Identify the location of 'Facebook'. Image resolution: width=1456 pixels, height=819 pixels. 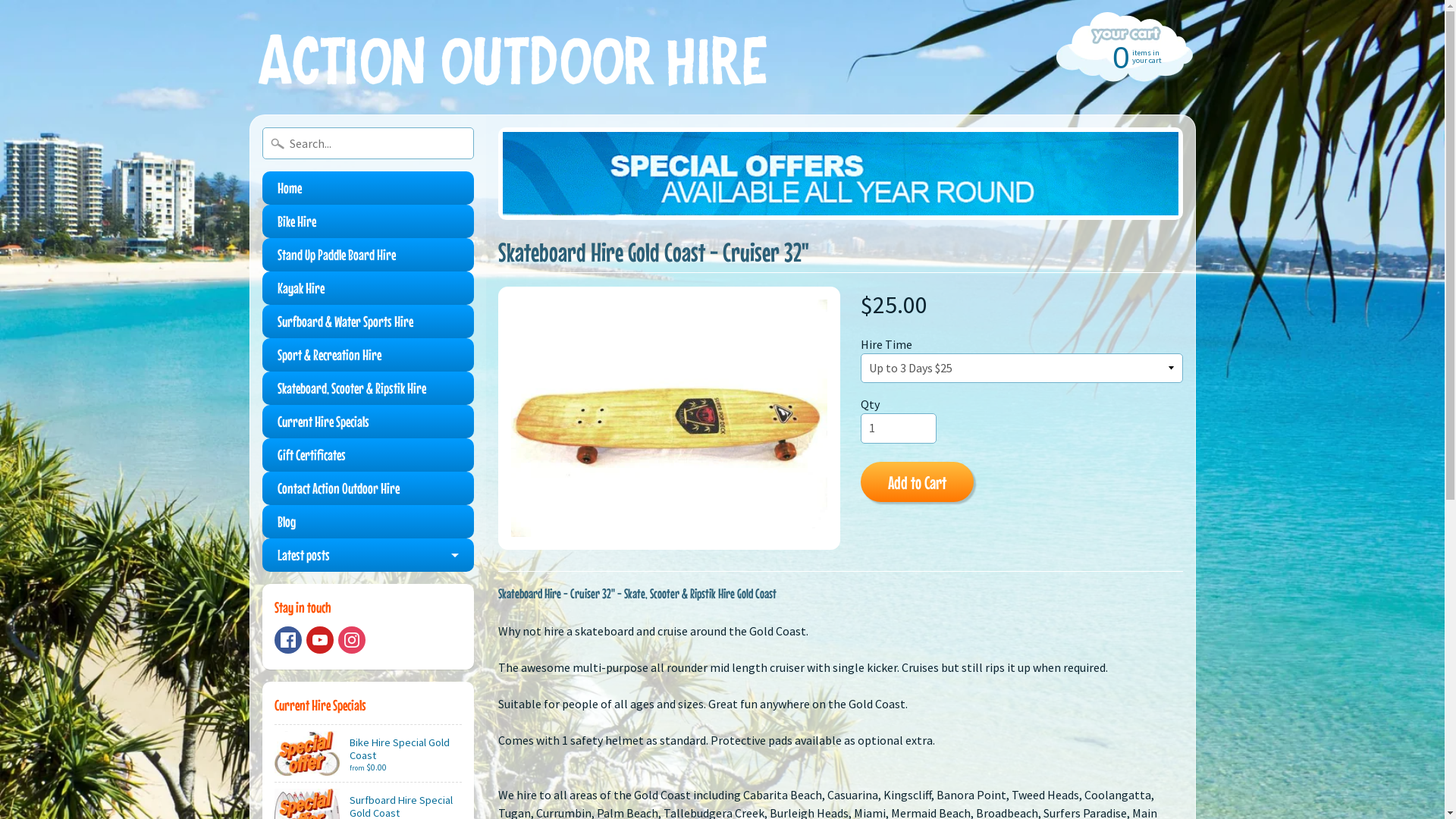
(287, 640).